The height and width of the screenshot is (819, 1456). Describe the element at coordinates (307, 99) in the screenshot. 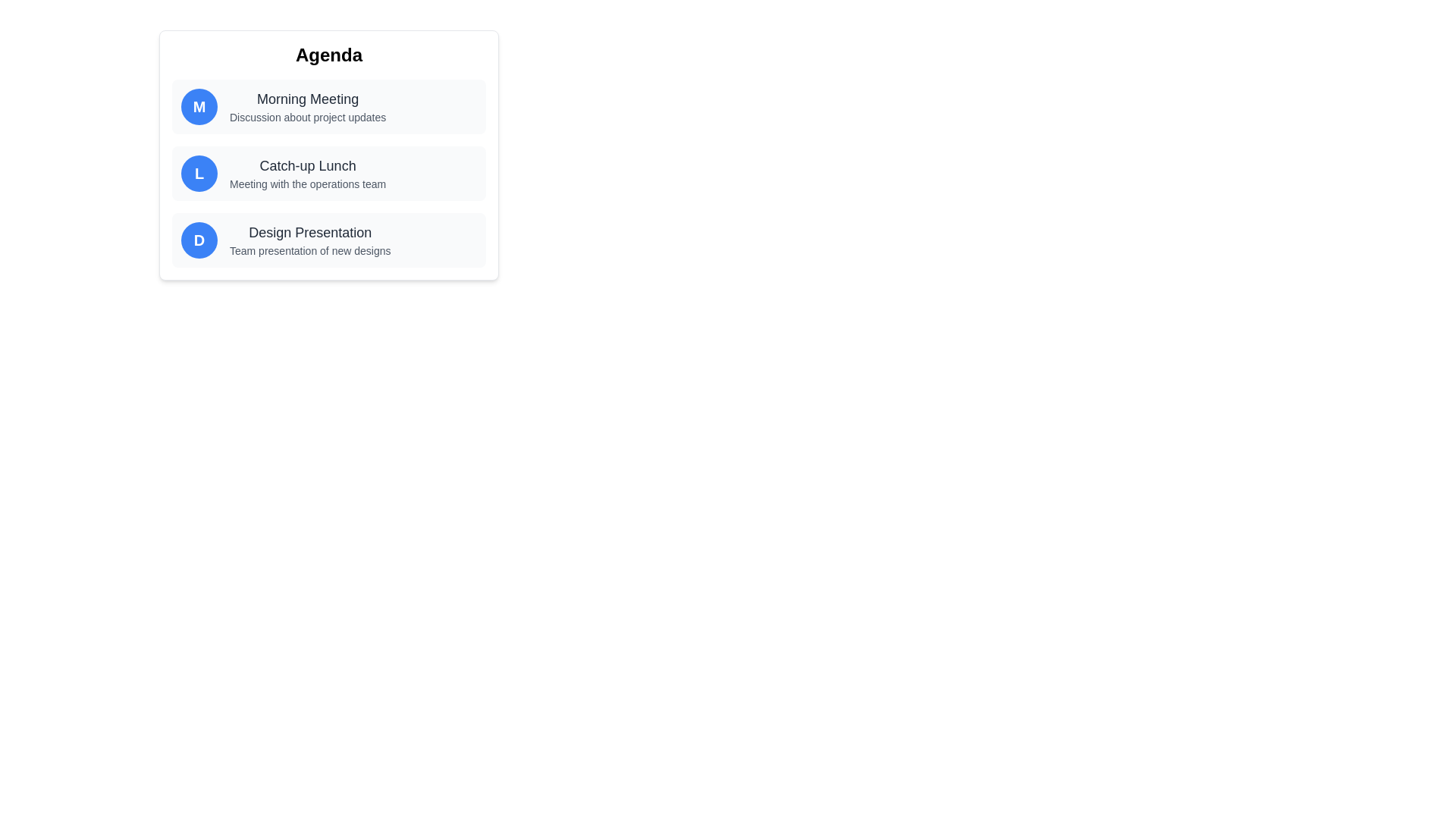

I see `the Text Label that serves as the title for the first item in the agenda list, which reads 'Morning Meeting'` at that location.